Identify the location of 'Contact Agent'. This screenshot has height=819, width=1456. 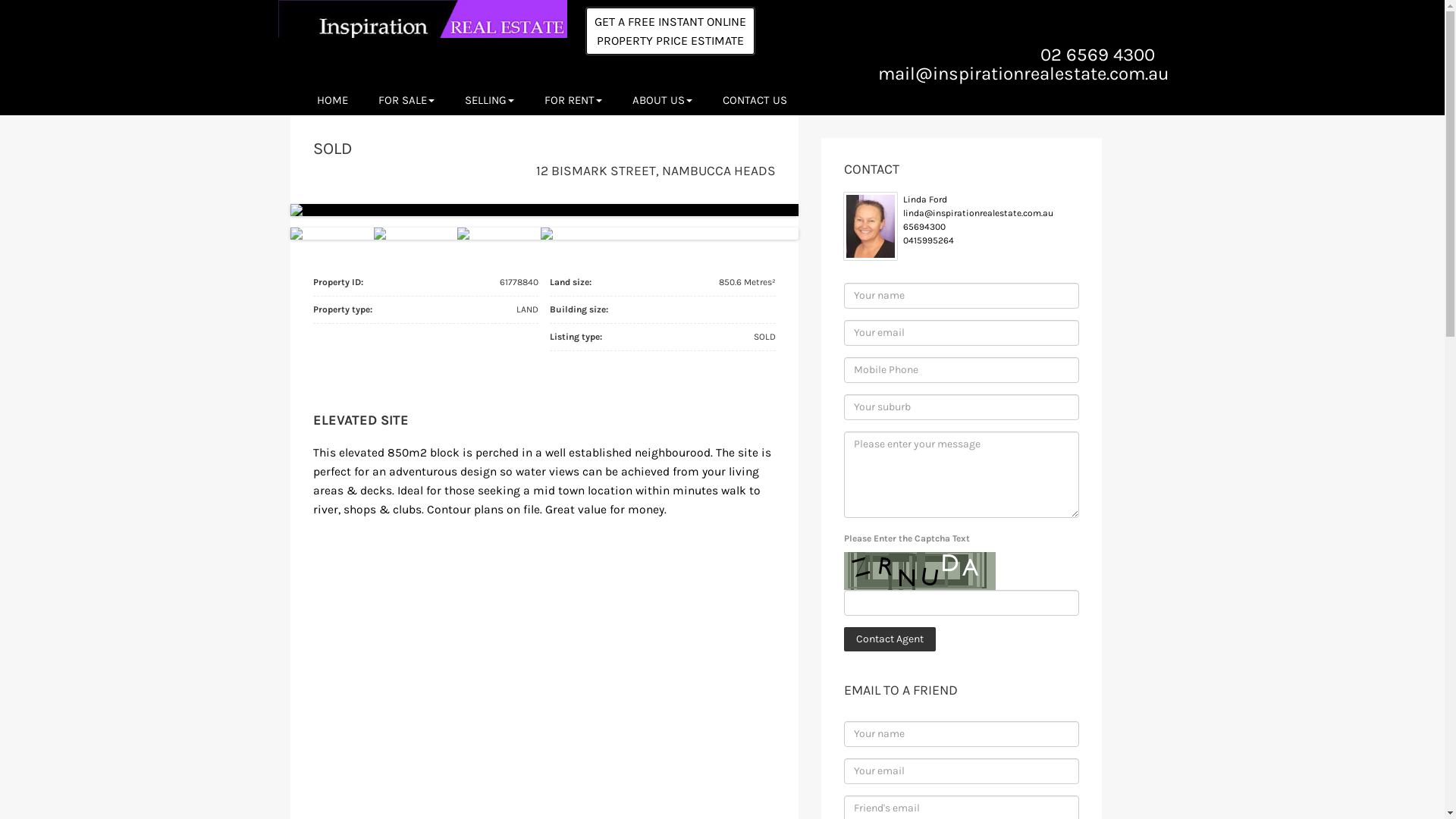
(889, 639).